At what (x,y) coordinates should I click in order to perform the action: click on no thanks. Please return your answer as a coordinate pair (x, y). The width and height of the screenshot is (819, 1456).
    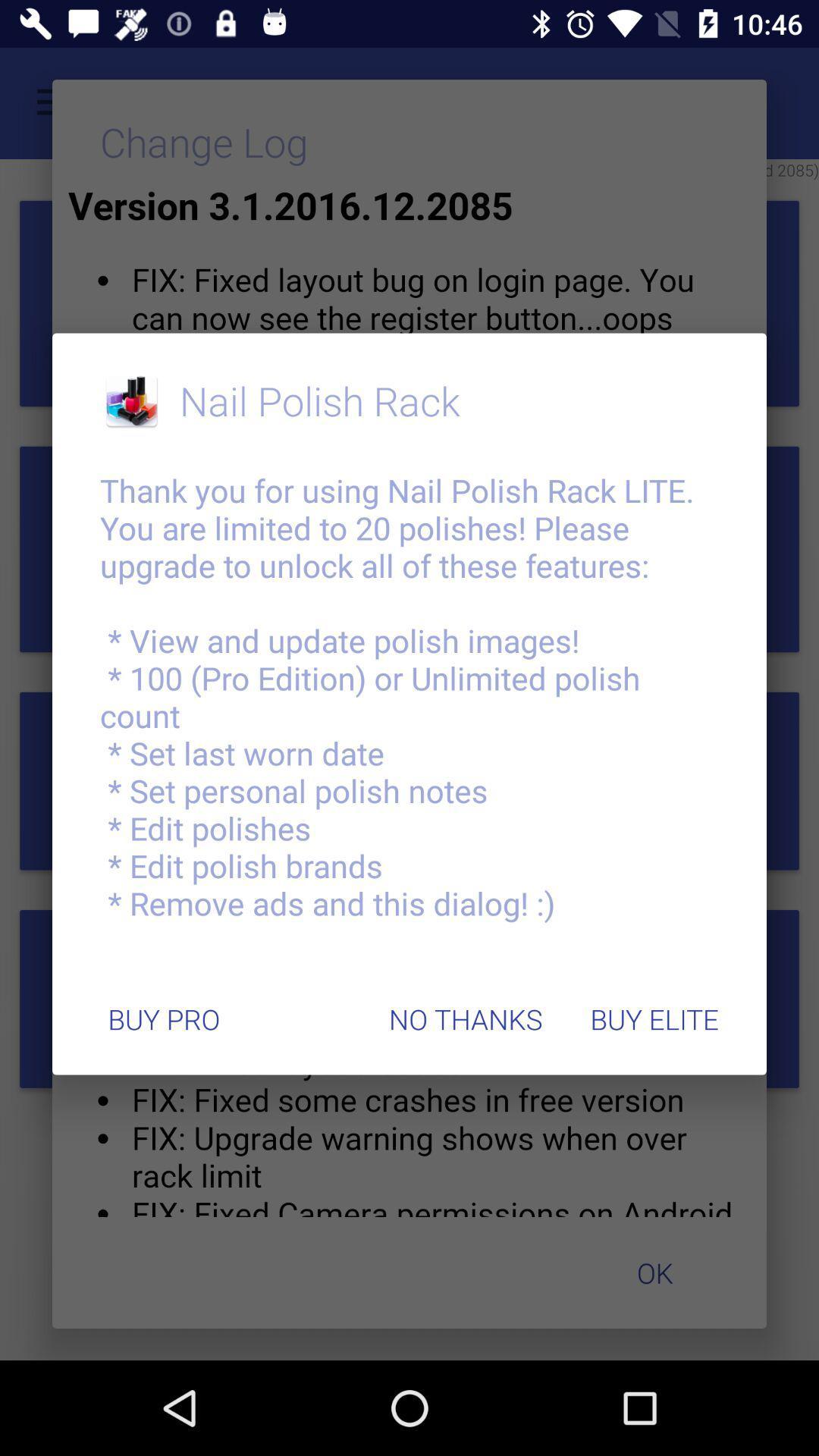
    Looking at the image, I should click on (465, 1019).